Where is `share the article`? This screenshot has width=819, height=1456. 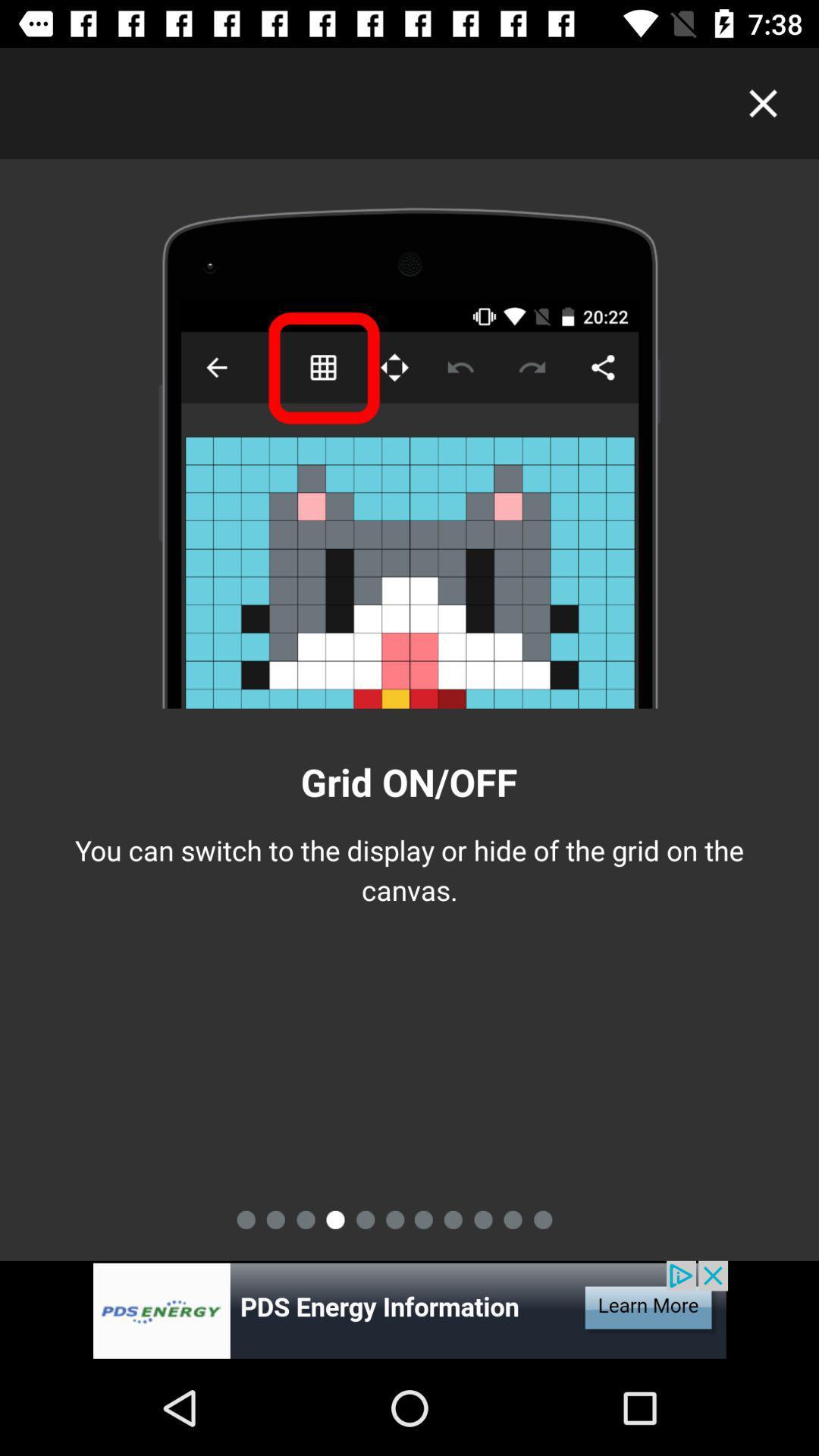
share the article is located at coordinates (409, 1310).